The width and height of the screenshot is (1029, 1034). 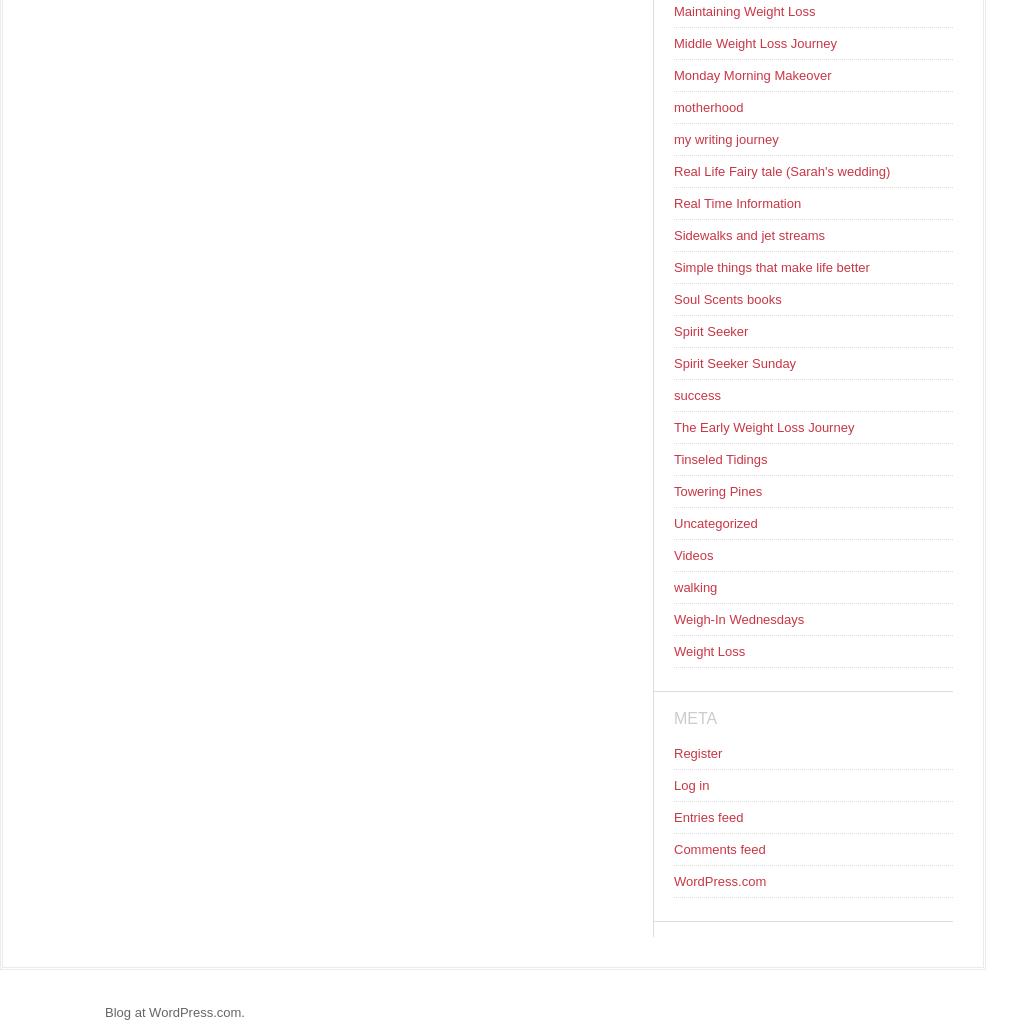 I want to click on 'Real Life Fairy tale (Sarah's wedding)', so click(x=782, y=171).